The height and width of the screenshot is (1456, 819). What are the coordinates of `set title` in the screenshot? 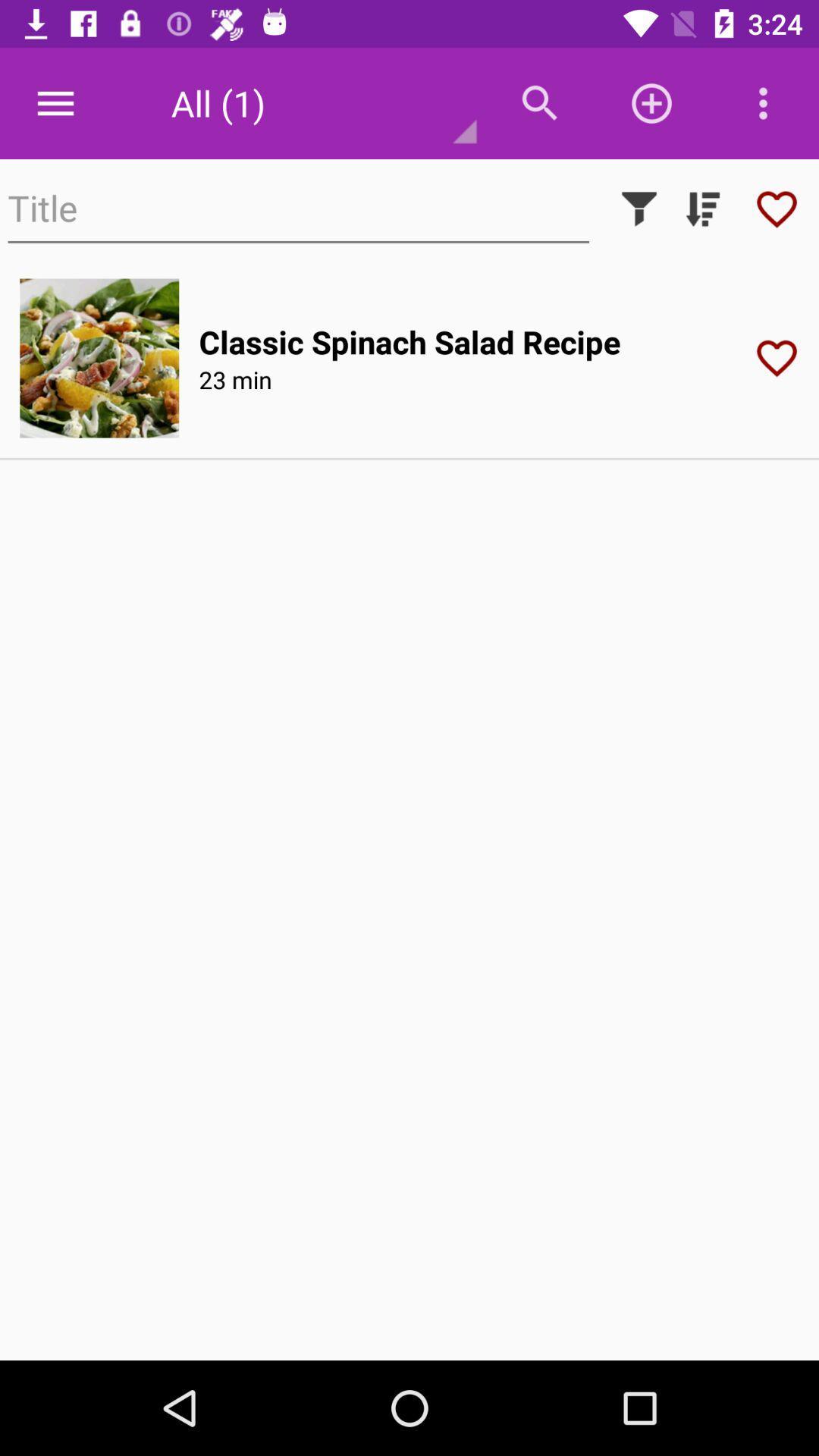 It's located at (298, 208).